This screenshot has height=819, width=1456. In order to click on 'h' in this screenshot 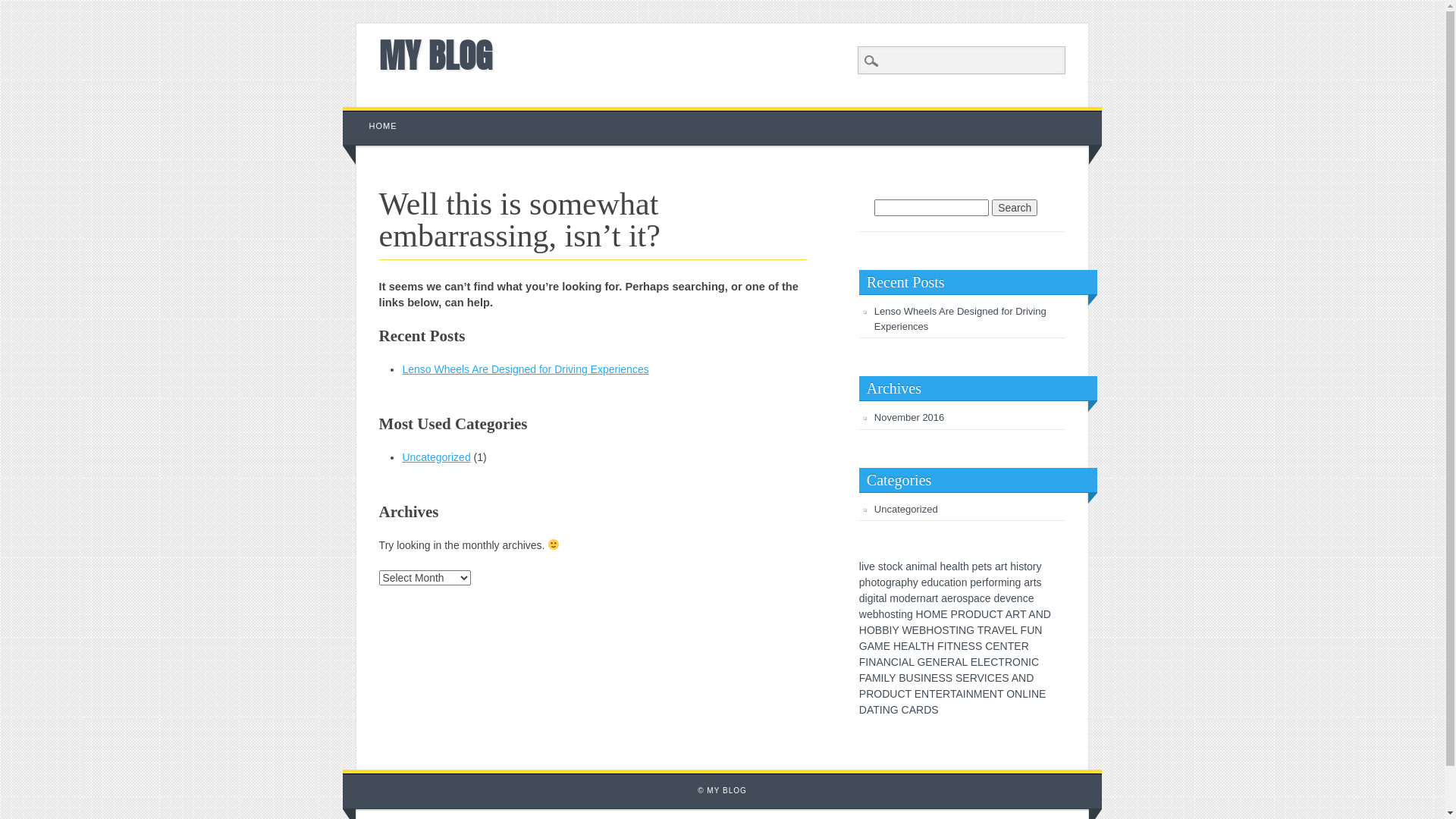, I will do `click(1012, 566)`.